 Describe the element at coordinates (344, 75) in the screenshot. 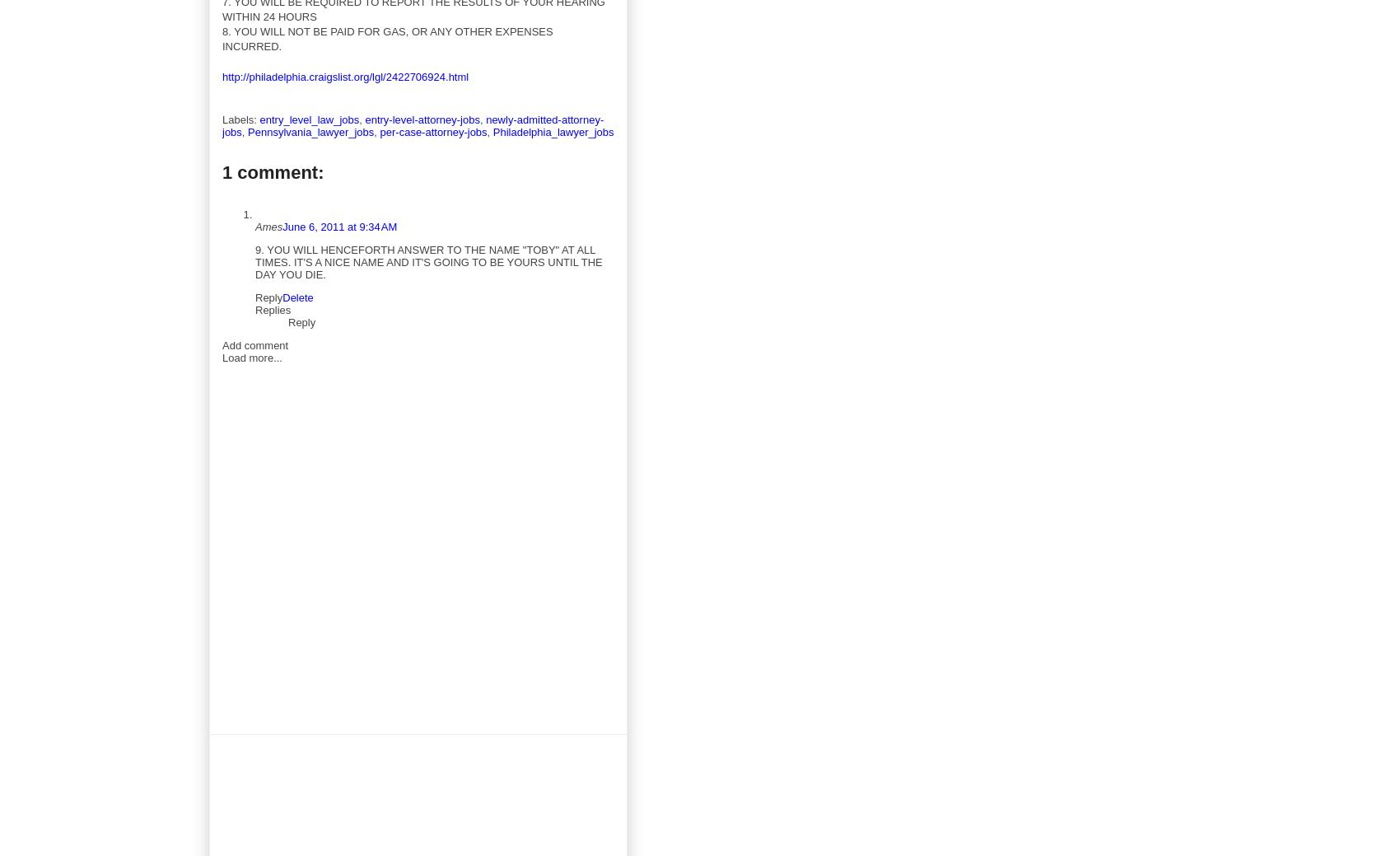

I see `'http://philadelphia.craigslist.org/lgl/2422706924.html'` at that location.